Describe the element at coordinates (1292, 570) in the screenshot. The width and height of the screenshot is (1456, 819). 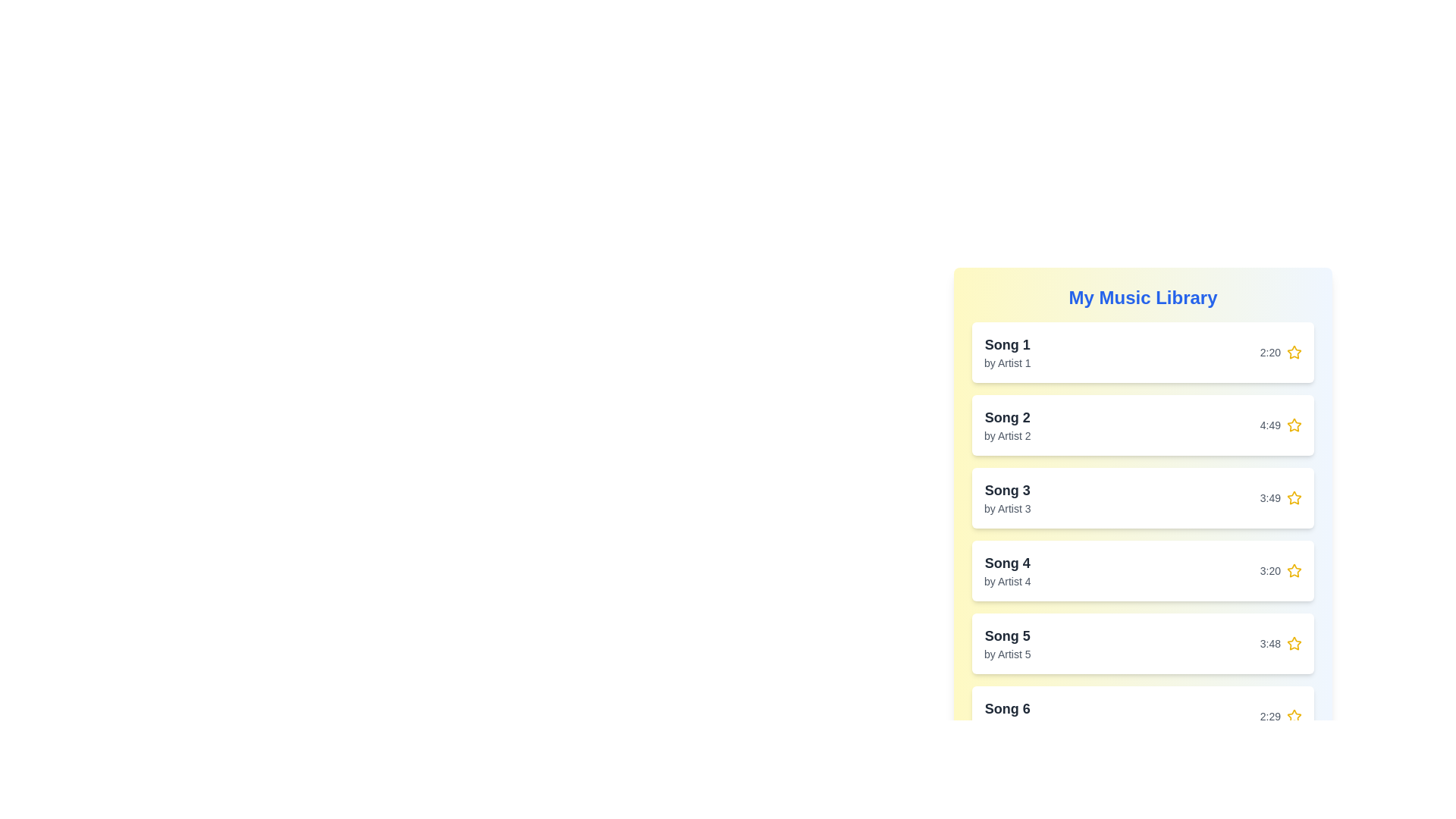
I see `the yellow star icon next to '3:20' to favorite 'Song 4' in the 'My Music Library' section` at that location.